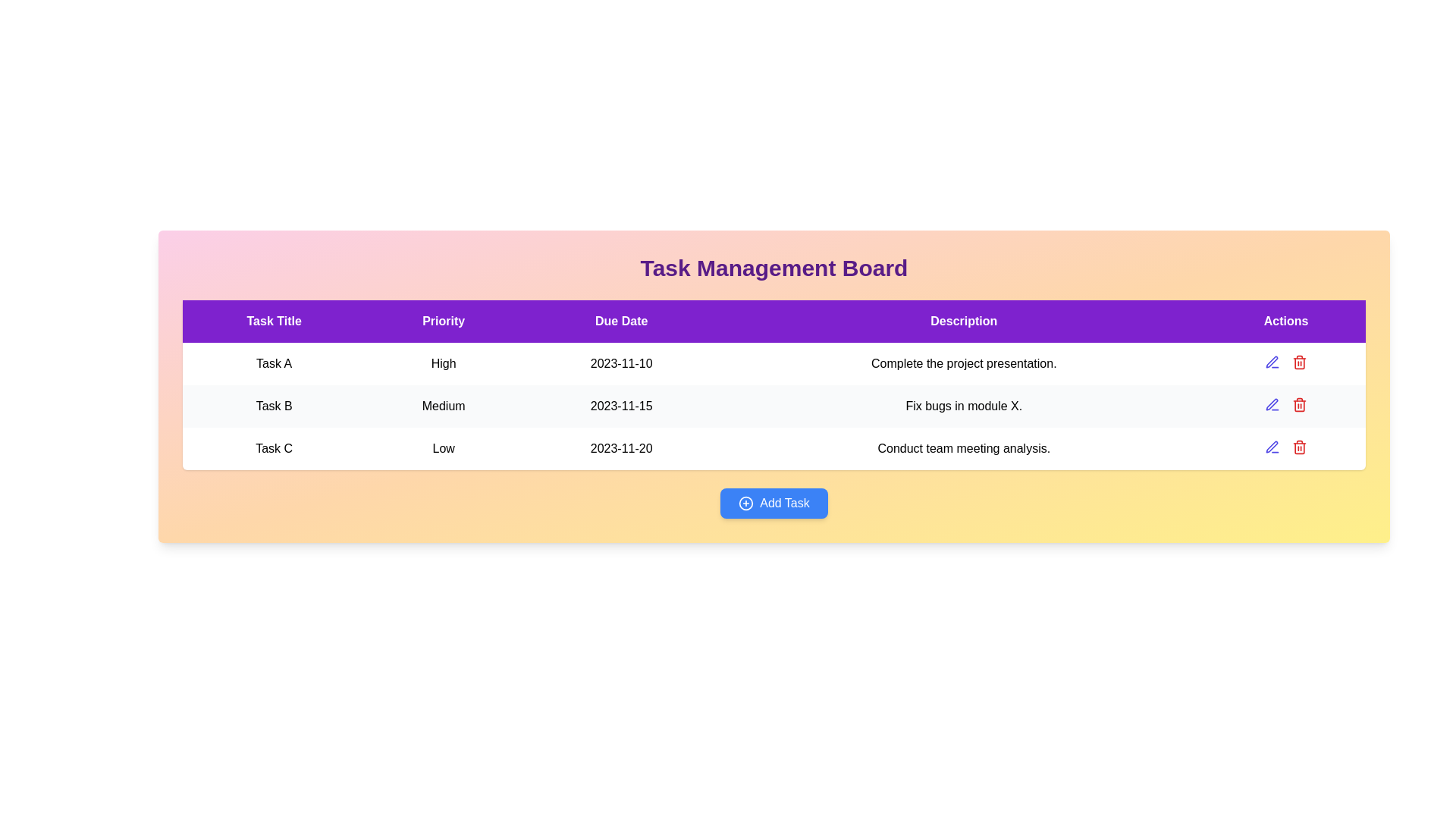 This screenshot has height=819, width=1456. What do you see at coordinates (745, 503) in the screenshot?
I see `the 'Add Task' button which contains the circular outline of the addition icon` at bounding box center [745, 503].